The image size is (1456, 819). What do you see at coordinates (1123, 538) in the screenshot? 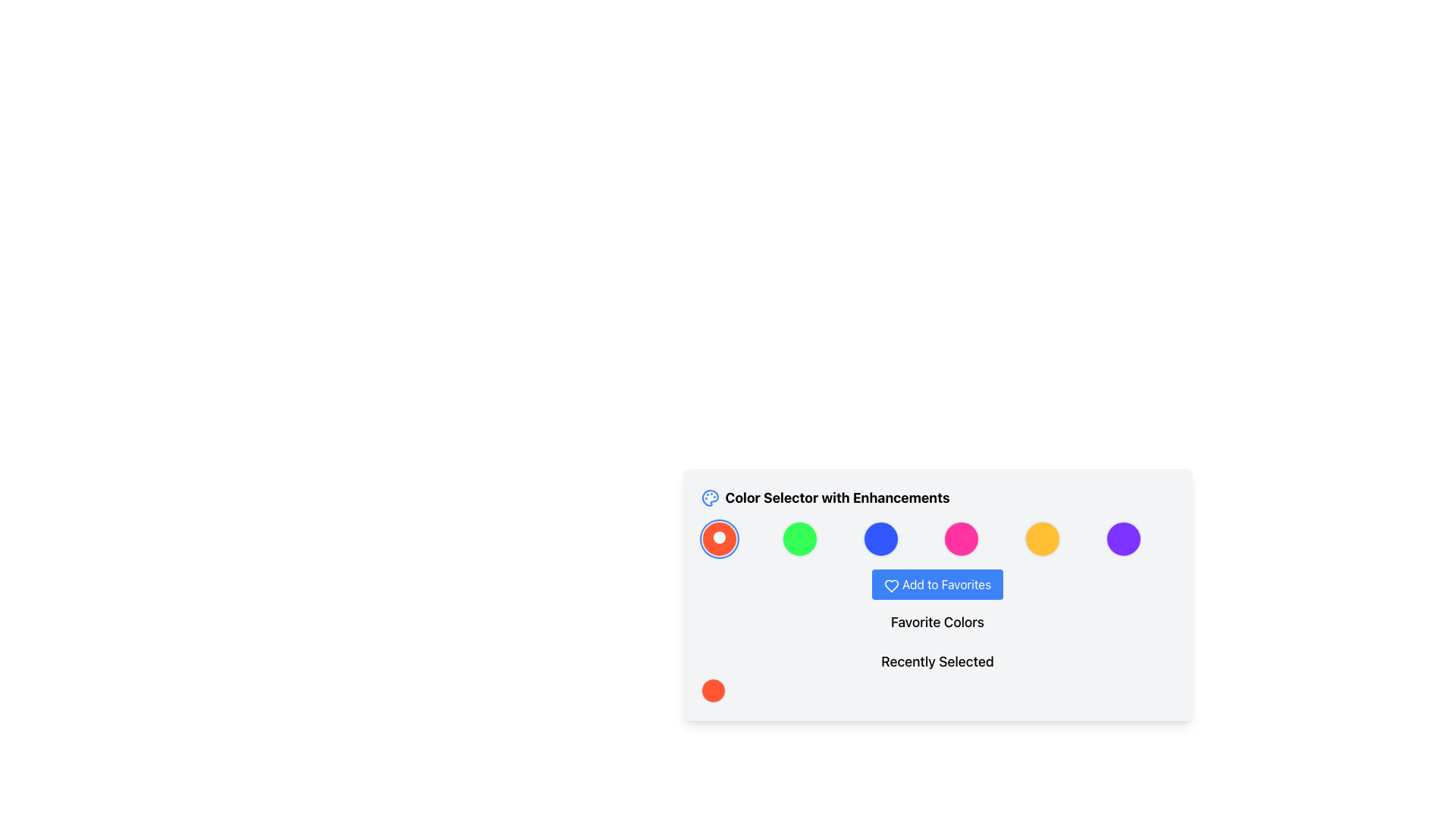
I see `the sixth circular element with a purple background located at the far right of the grid layout` at bounding box center [1123, 538].